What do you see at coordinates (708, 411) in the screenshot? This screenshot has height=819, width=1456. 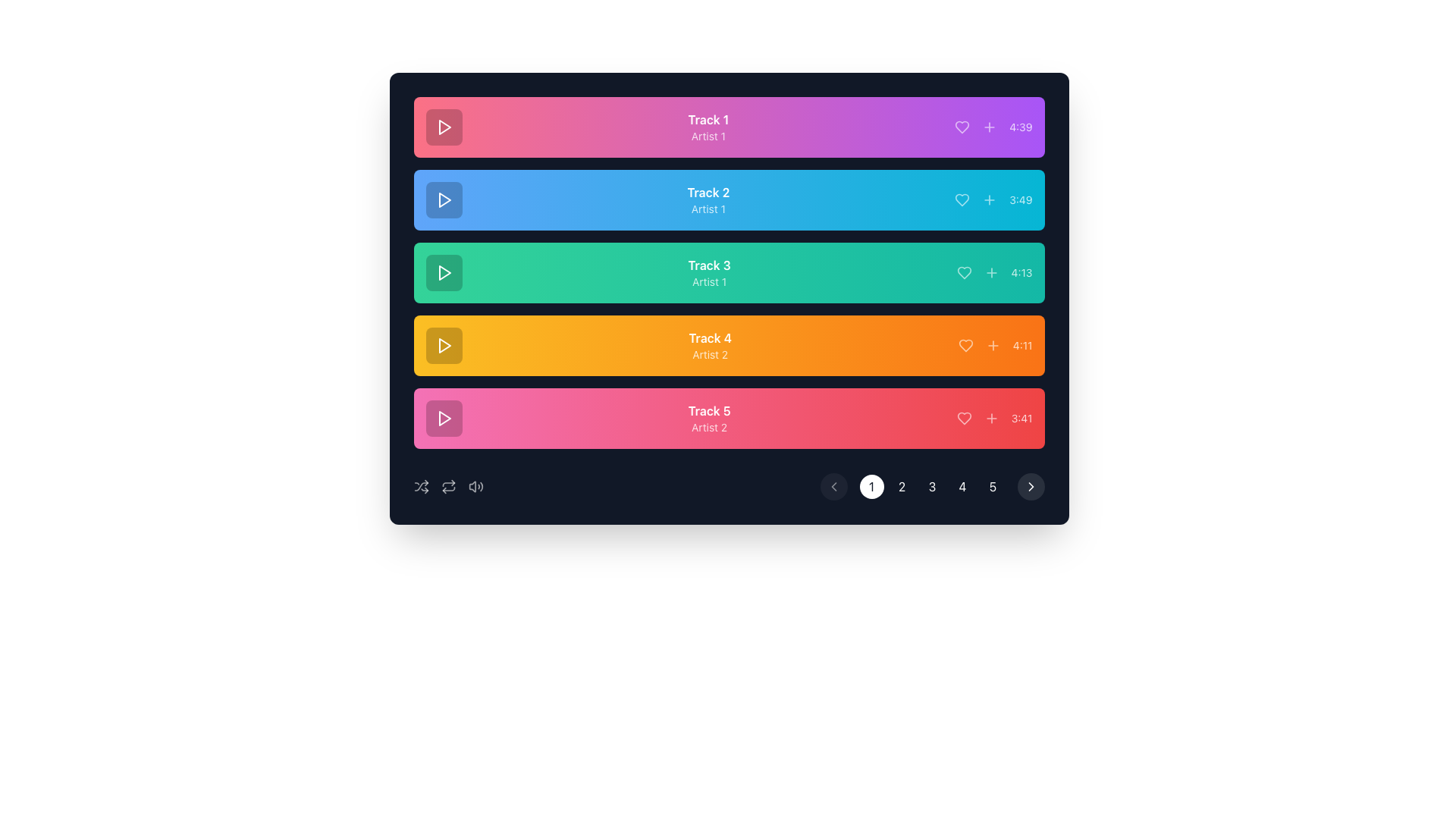 I see `the text label indicating the title of the fifth track in the list, which is located above the artist information 'Artist 2'` at bounding box center [708, 411].